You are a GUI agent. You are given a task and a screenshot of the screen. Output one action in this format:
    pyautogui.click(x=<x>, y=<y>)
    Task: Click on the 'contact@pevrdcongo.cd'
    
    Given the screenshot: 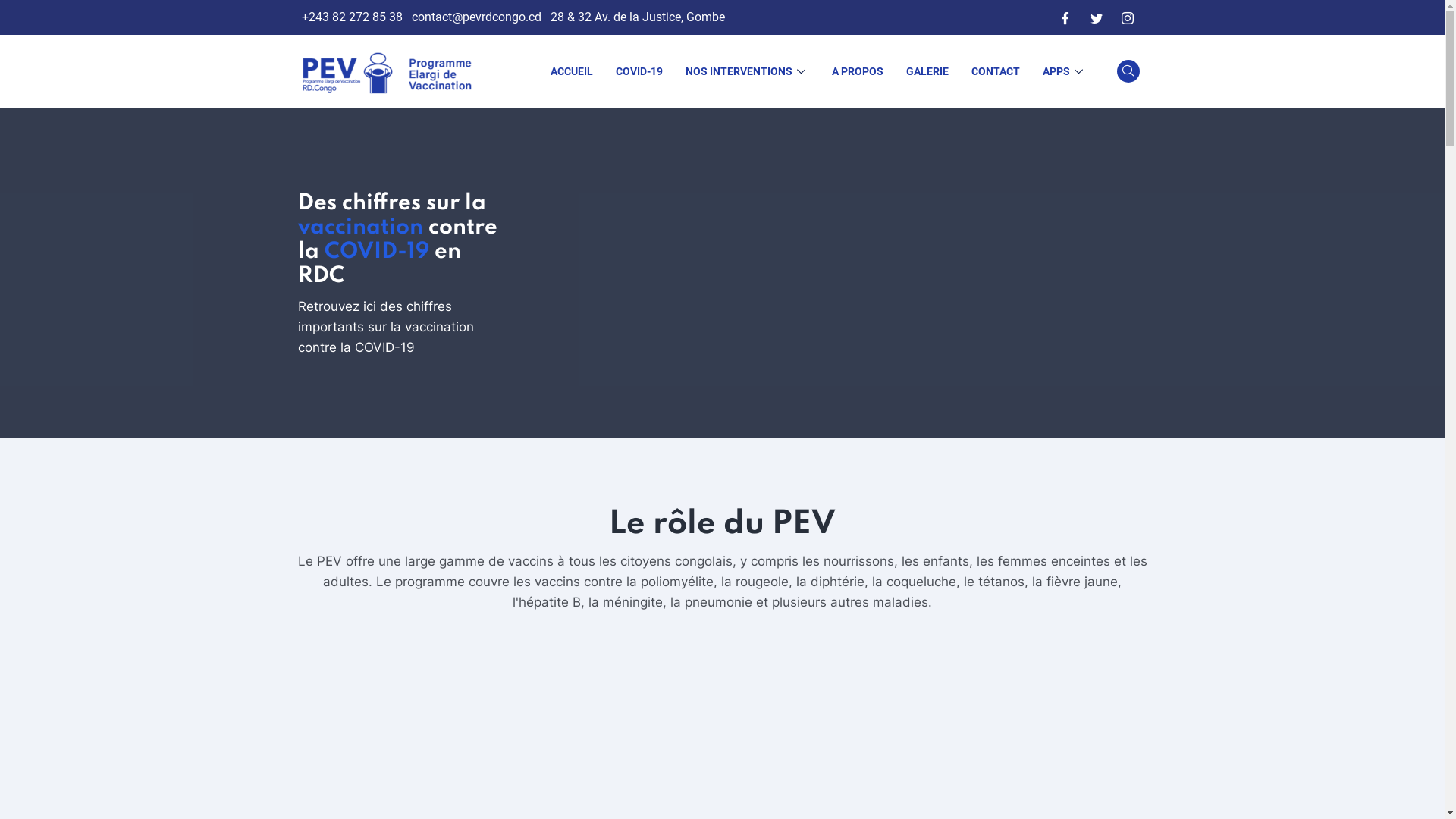 What is the action you would take?
    pyautogui.click(x=475, y=17)
    